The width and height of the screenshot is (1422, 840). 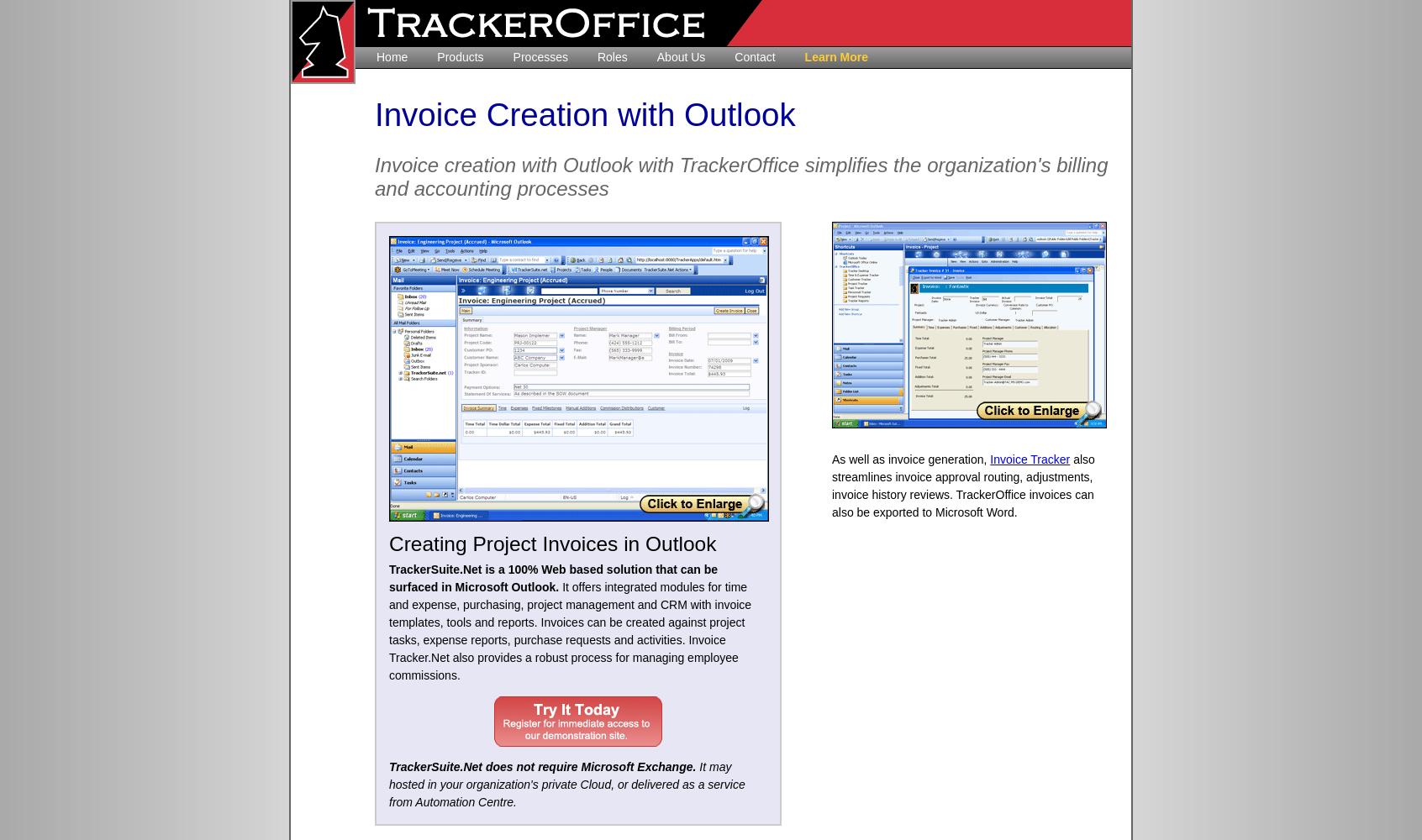 I want to click on 'Processes', so click(x=540, y=56).